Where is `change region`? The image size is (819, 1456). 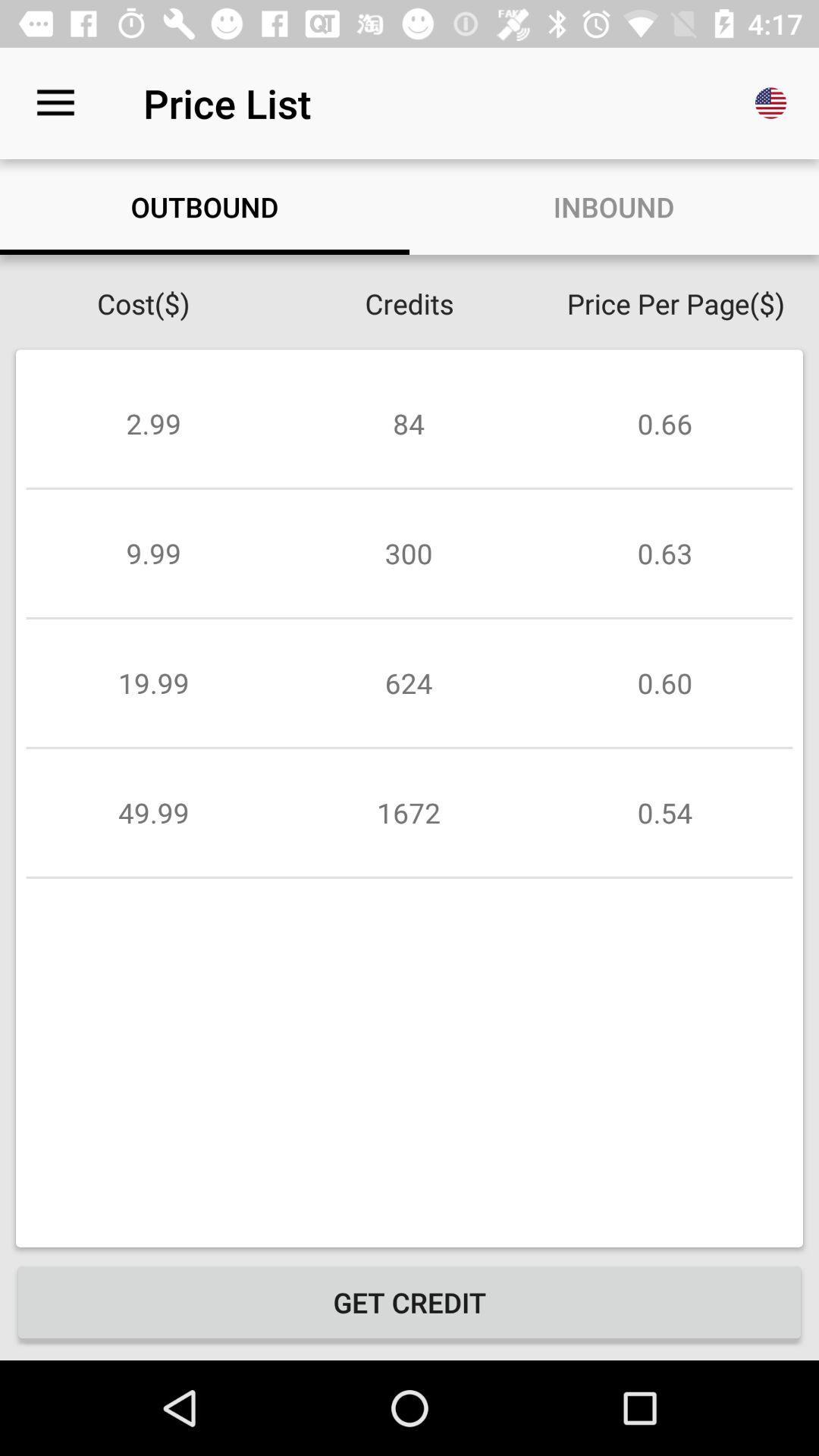 change region is located at coordinates (771, 102).